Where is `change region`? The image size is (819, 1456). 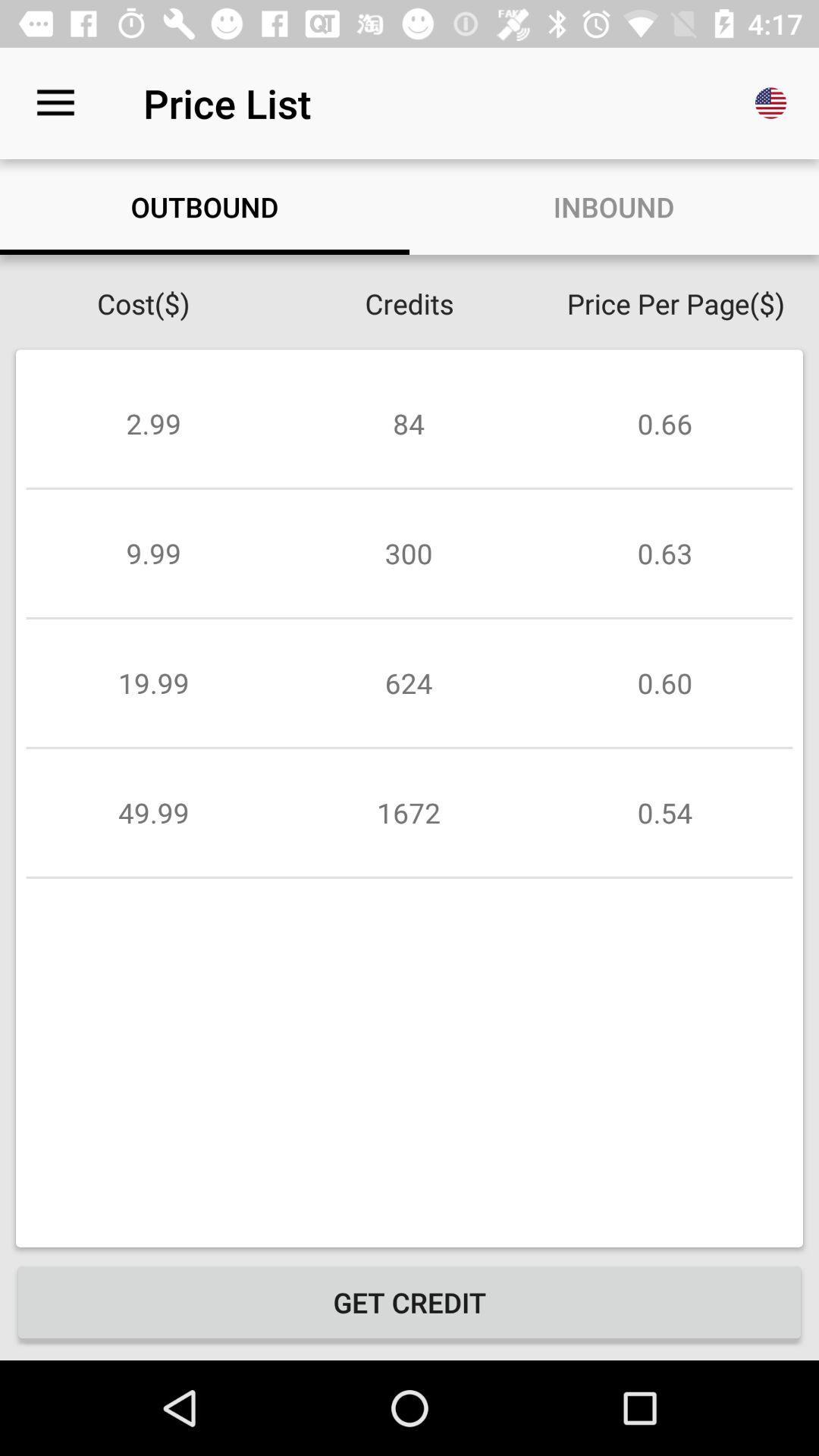 change region is located at coordinates (771, 102).